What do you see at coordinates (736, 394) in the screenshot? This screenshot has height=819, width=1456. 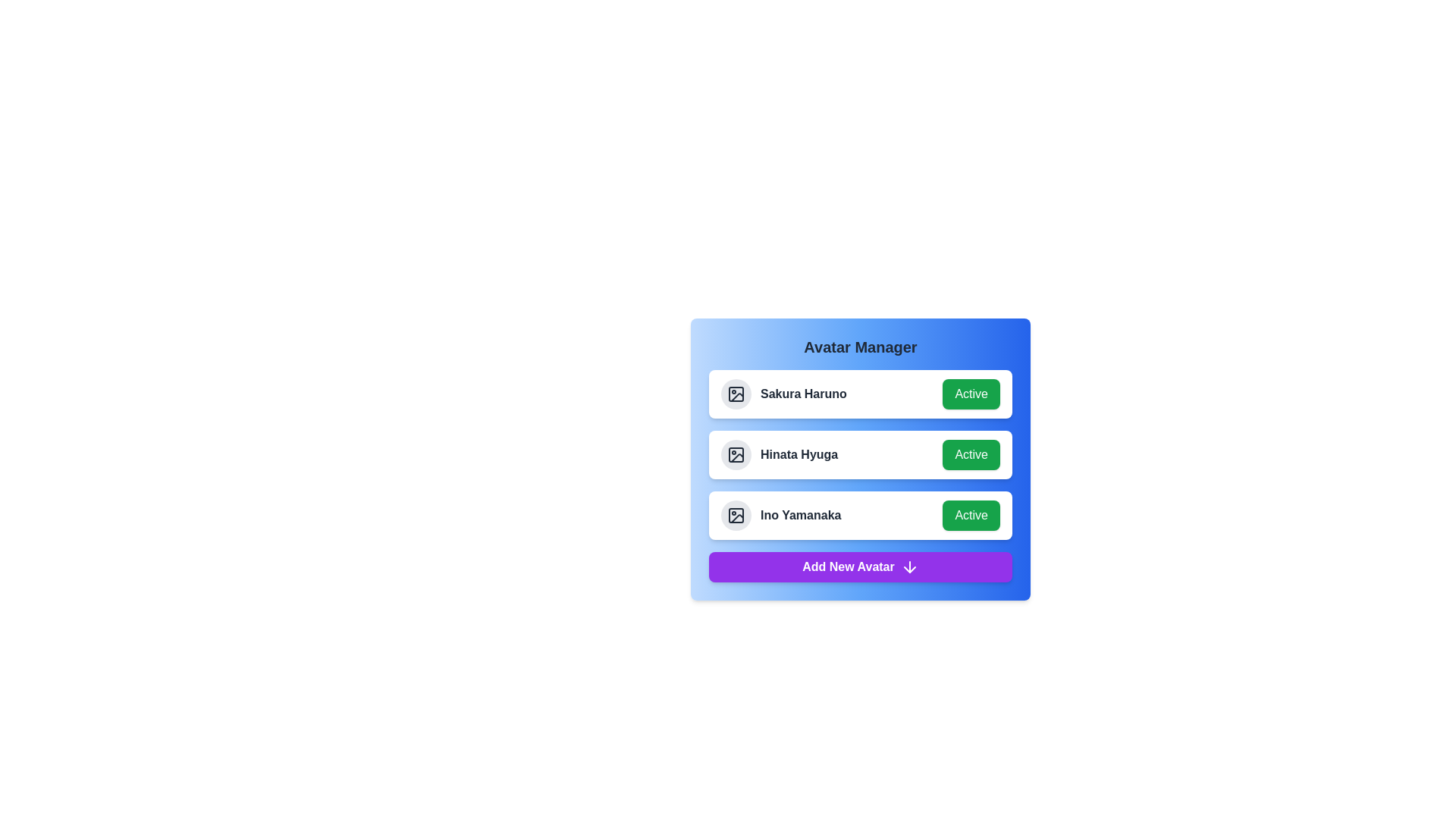 I see `the avatar icon representing 'Sakura Haruno', which is located to the left of the text within a light gray circular background` at bounding box center [736, 394].